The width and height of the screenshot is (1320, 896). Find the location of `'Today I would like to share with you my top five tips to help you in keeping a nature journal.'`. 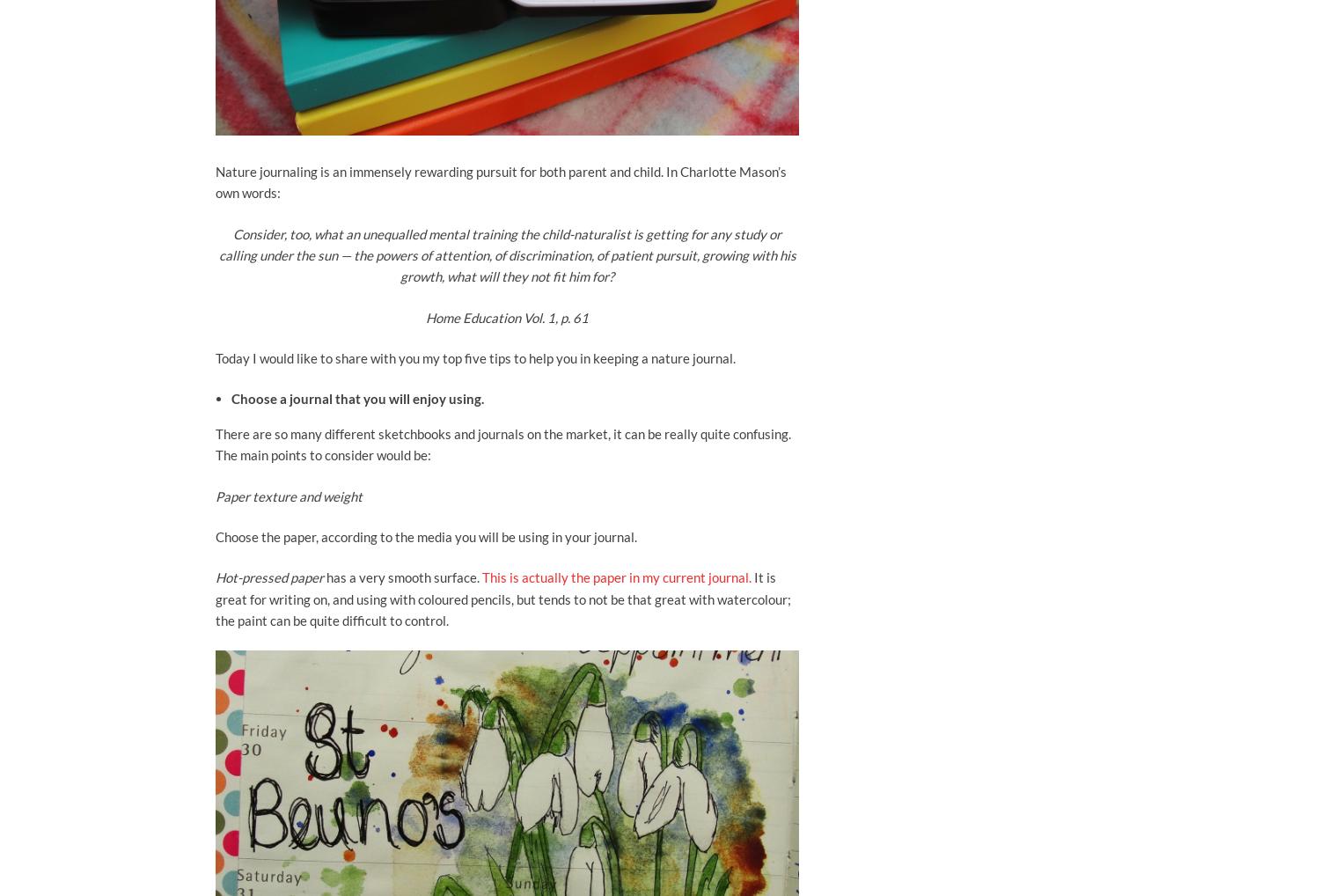

'Today I would like to share with you my top five tips to help you in keeping a nature journal.' is located at coordinates (475, 357).